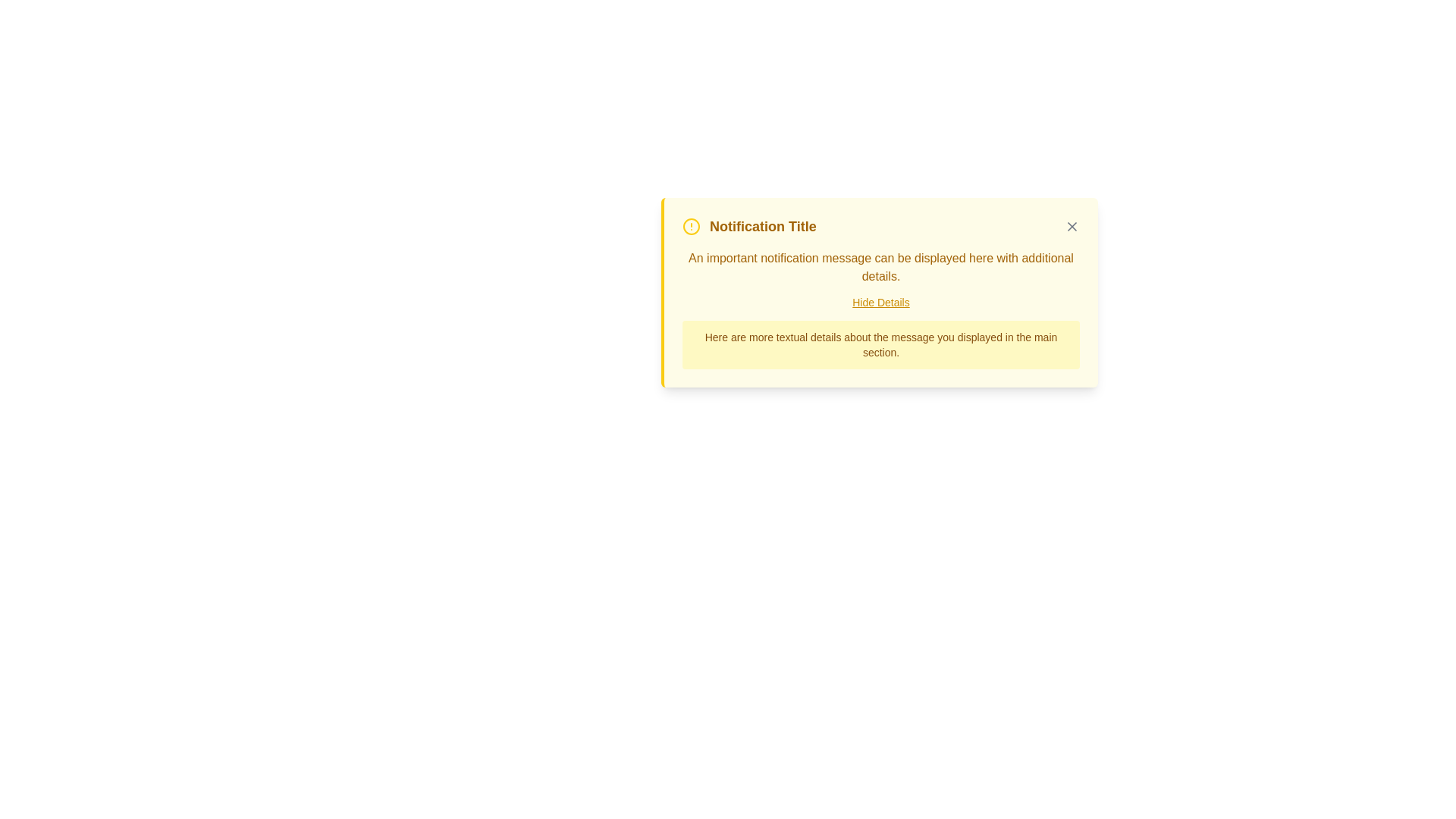 The height and width of the screenshot is (819, 1456). I want to click on the Text header of the notification to highlight its context, so click(880, 227).